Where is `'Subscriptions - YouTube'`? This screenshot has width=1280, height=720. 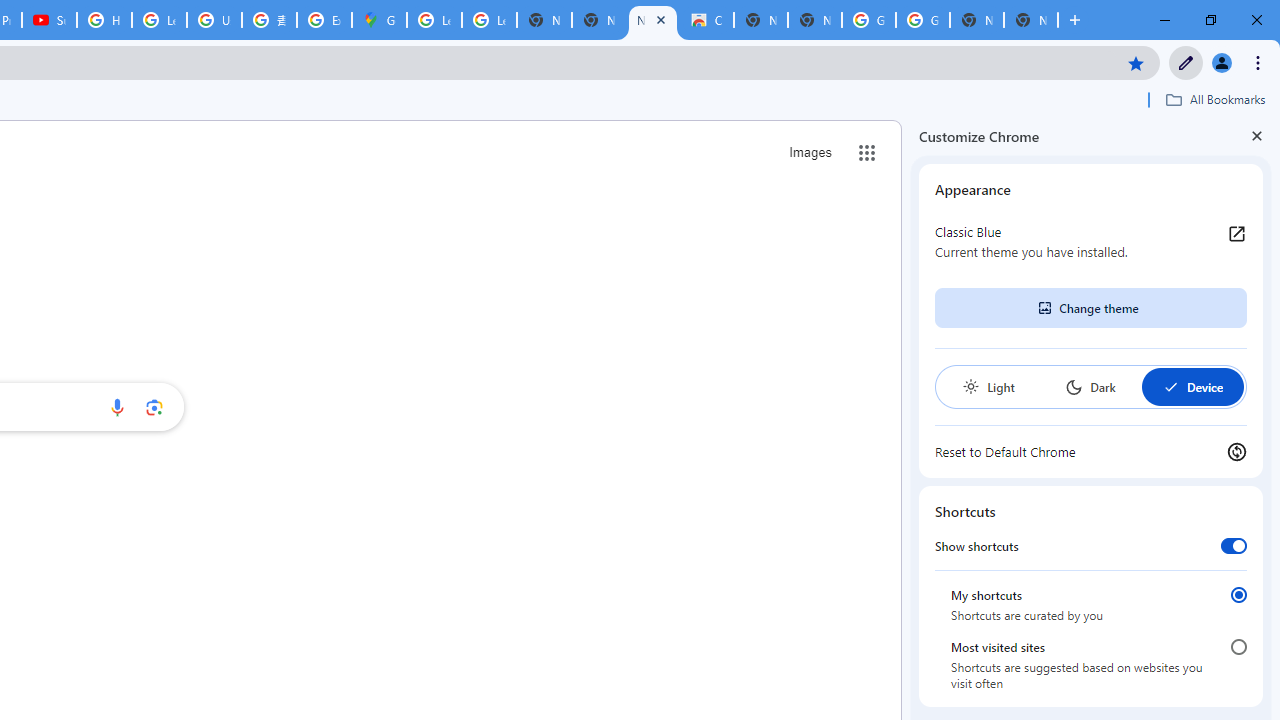 'Subscriptions - YouTube' is located at coordinates (49, 20).